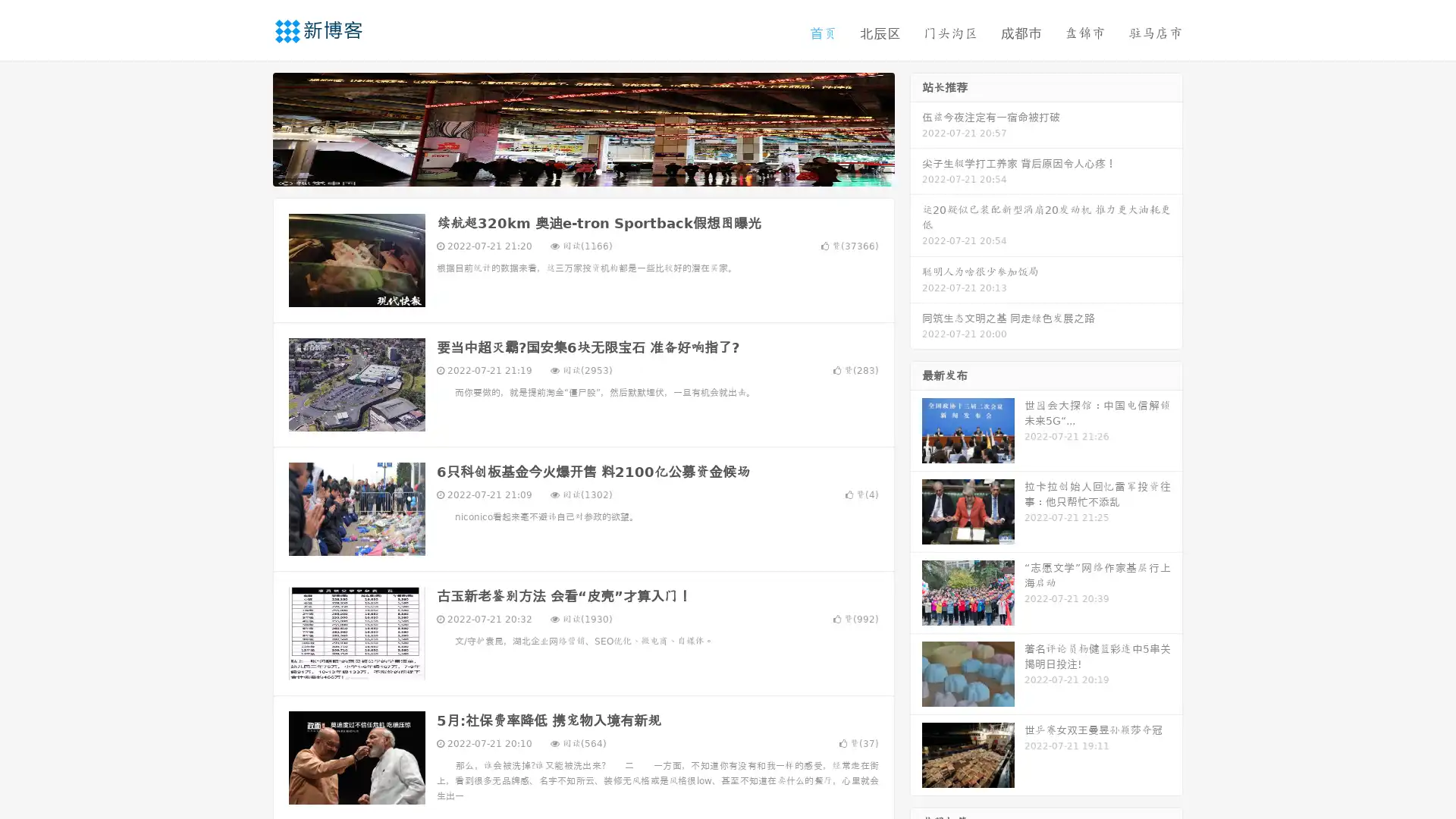  What do you see at coordinates (567, 171) in the screenshot?
I see `Go to slide 1` at bounding box center [567, 171].